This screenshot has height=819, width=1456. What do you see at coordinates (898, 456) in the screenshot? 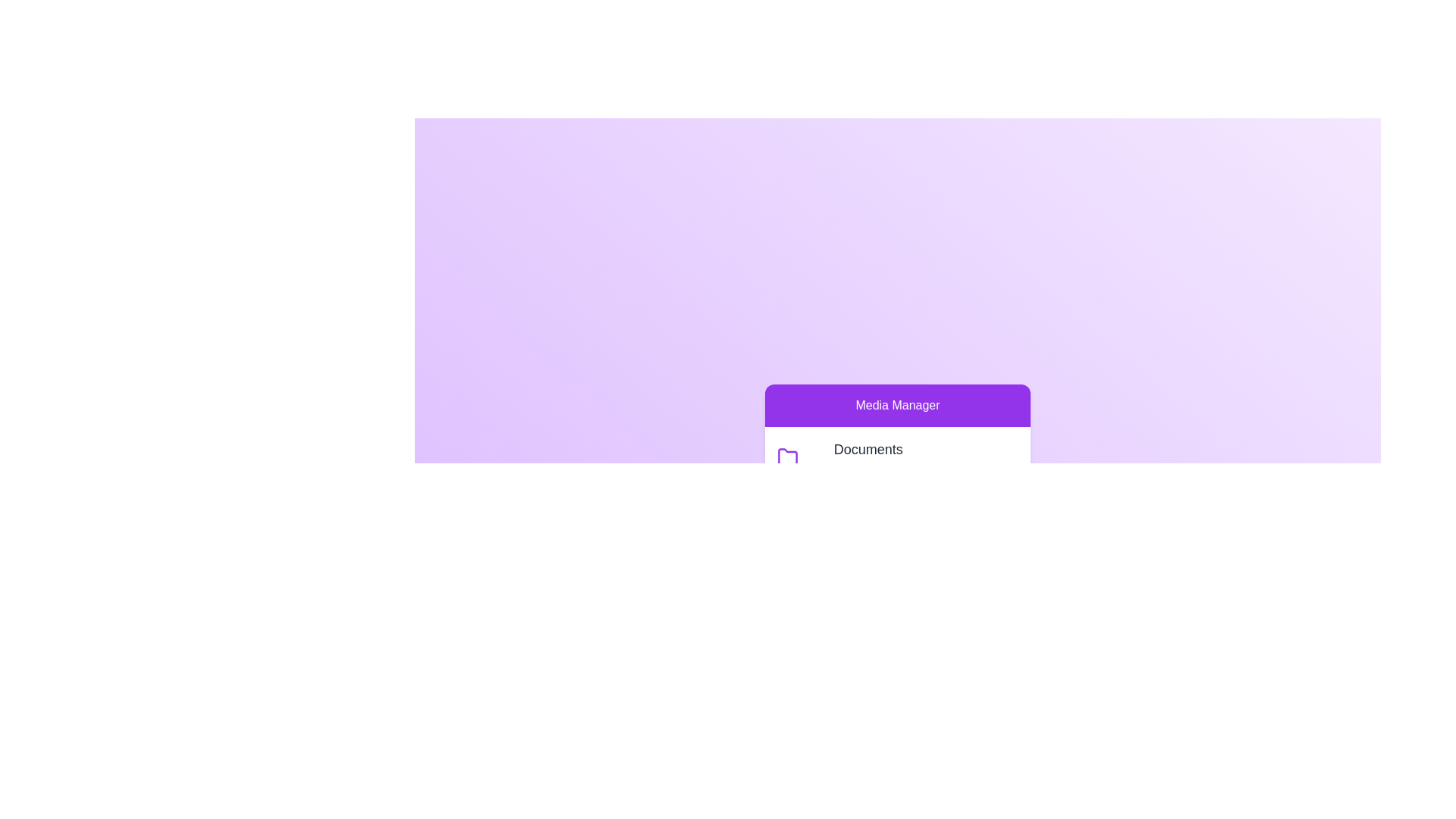
I see `the category Documents to observe its hover effect` at bounding box center [898, 456].